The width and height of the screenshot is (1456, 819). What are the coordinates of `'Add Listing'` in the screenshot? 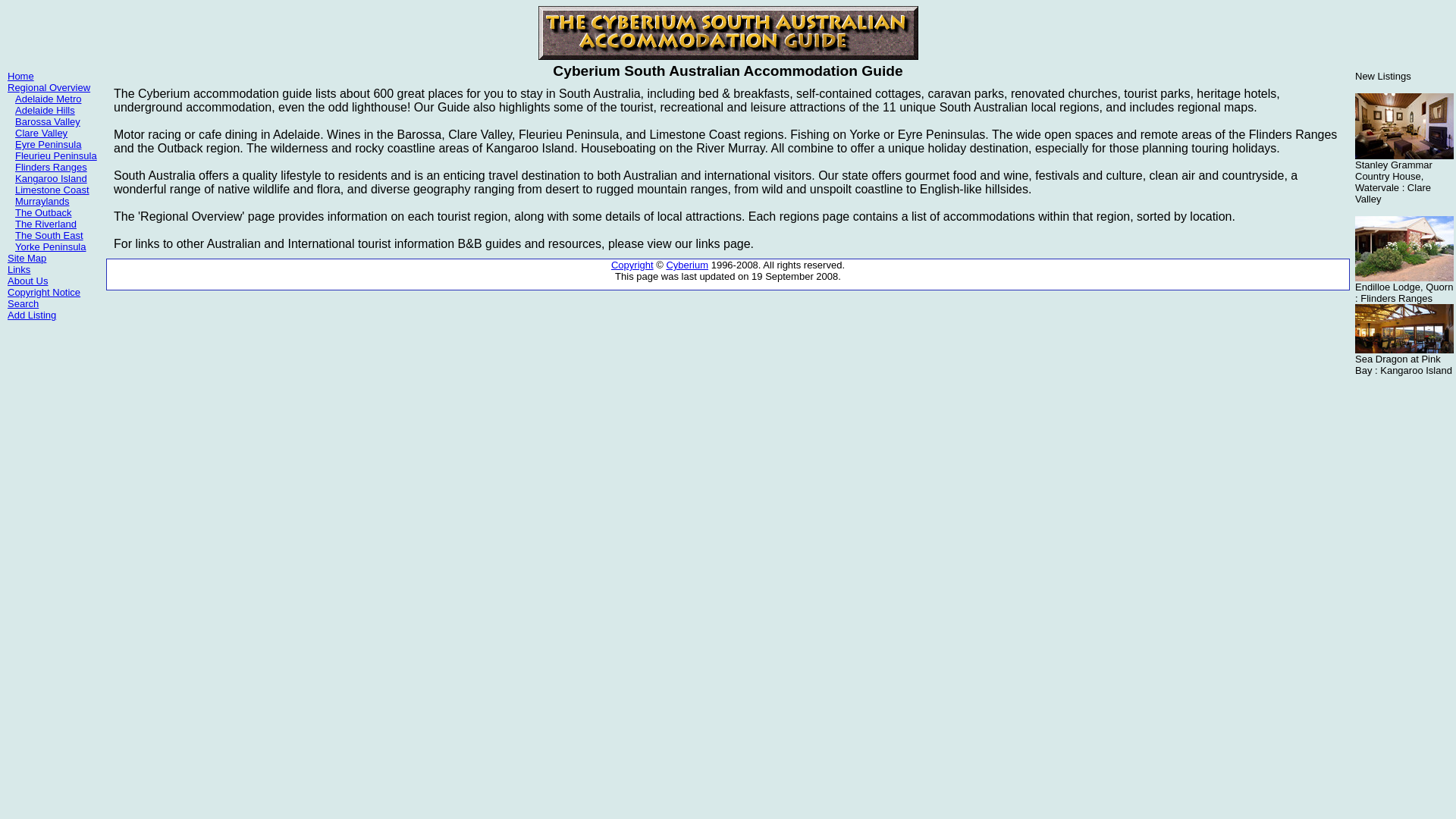 It's located at (32, 314).